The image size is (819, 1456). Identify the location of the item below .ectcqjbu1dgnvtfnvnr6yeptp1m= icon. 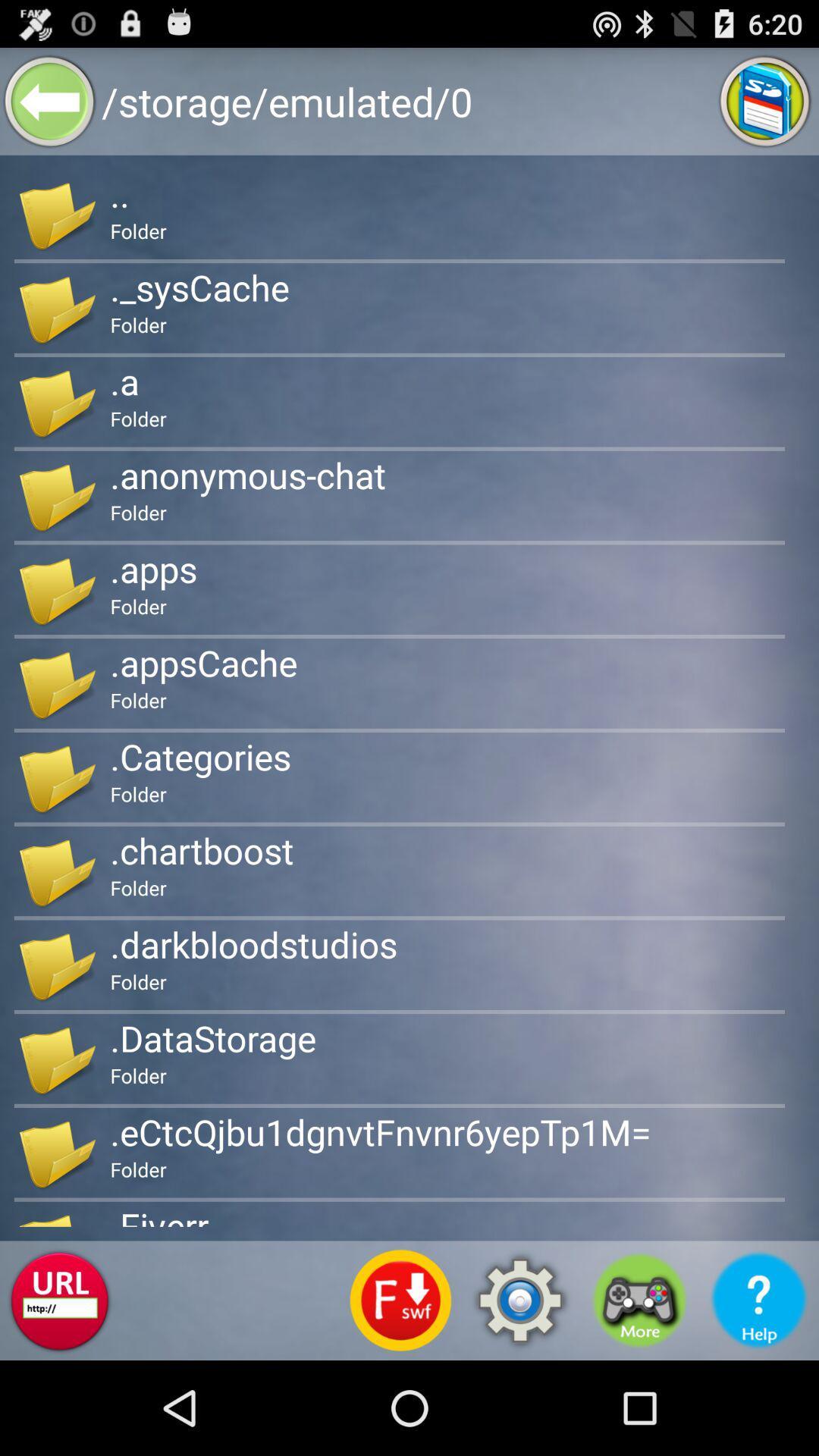
(519, 1300).